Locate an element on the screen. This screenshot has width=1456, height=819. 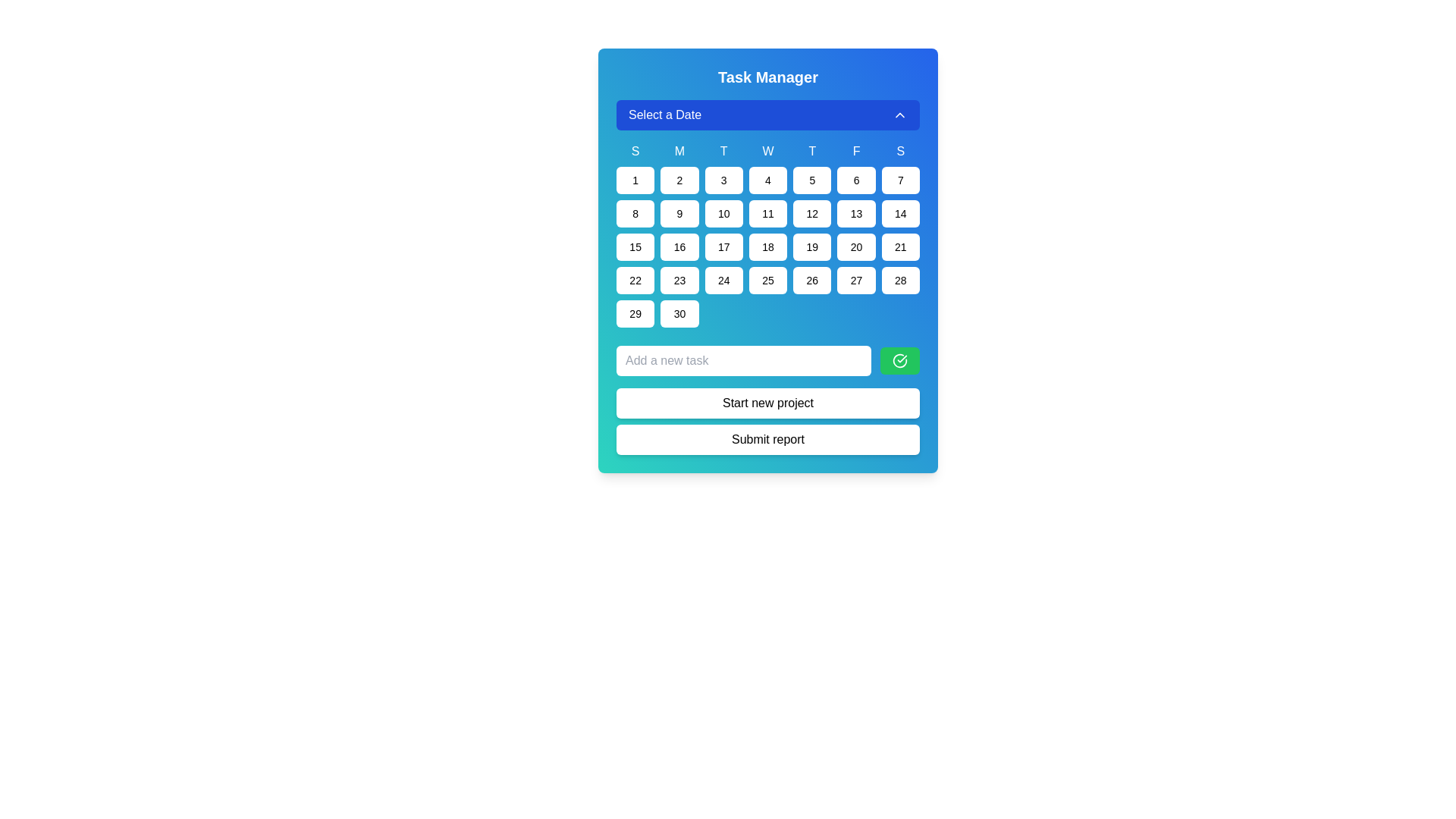
the rounded rectangular button labeled '28' to change its background color to green is located at coordinates (900, 281).